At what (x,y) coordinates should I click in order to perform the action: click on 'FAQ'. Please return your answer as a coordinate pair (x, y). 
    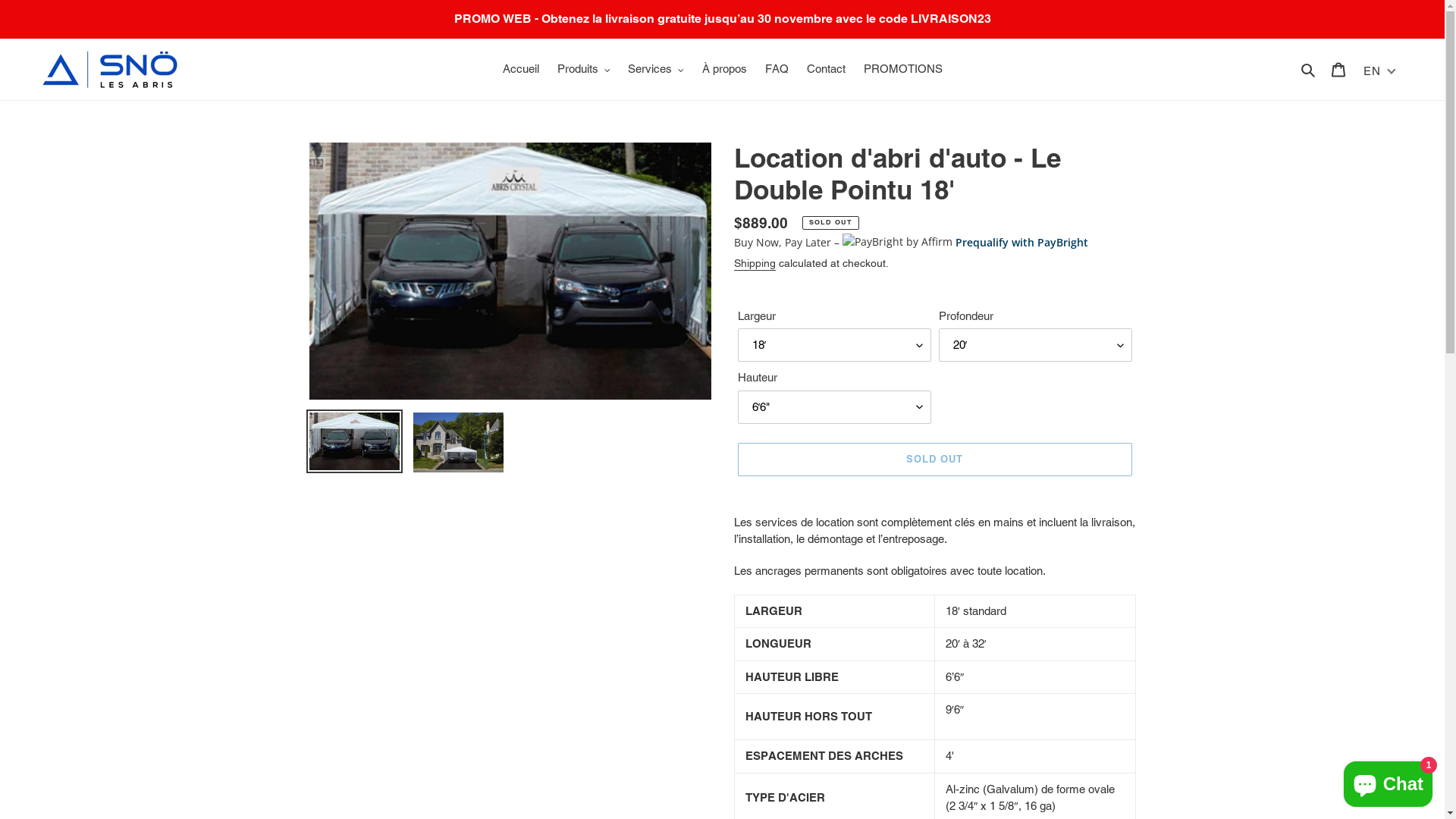
    Looking at the image, I should click on (776, 69).